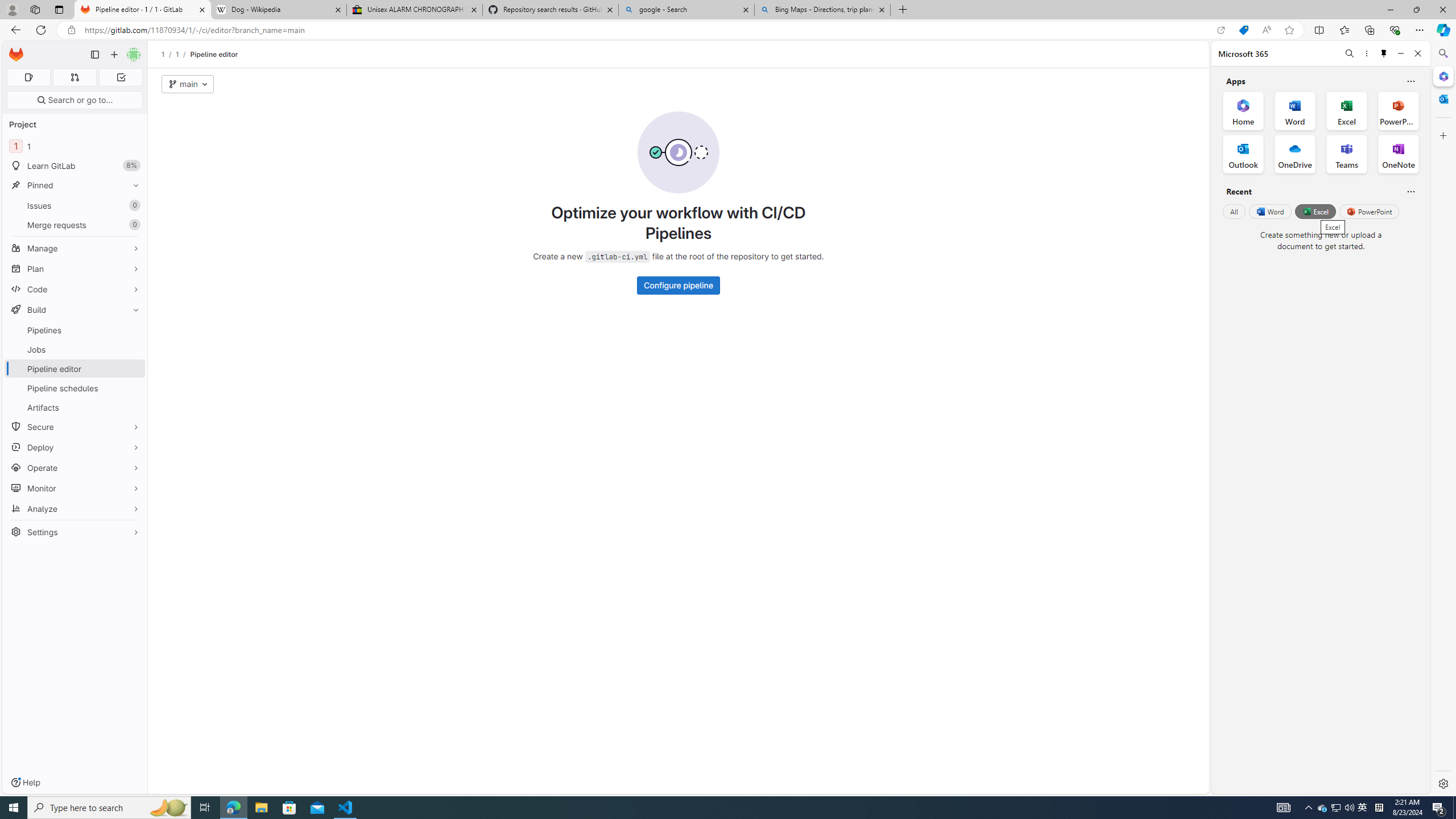  Describe the element at coordinates (1410, 191) in the screenshot. I see `'Is this helpful?'` at that location.